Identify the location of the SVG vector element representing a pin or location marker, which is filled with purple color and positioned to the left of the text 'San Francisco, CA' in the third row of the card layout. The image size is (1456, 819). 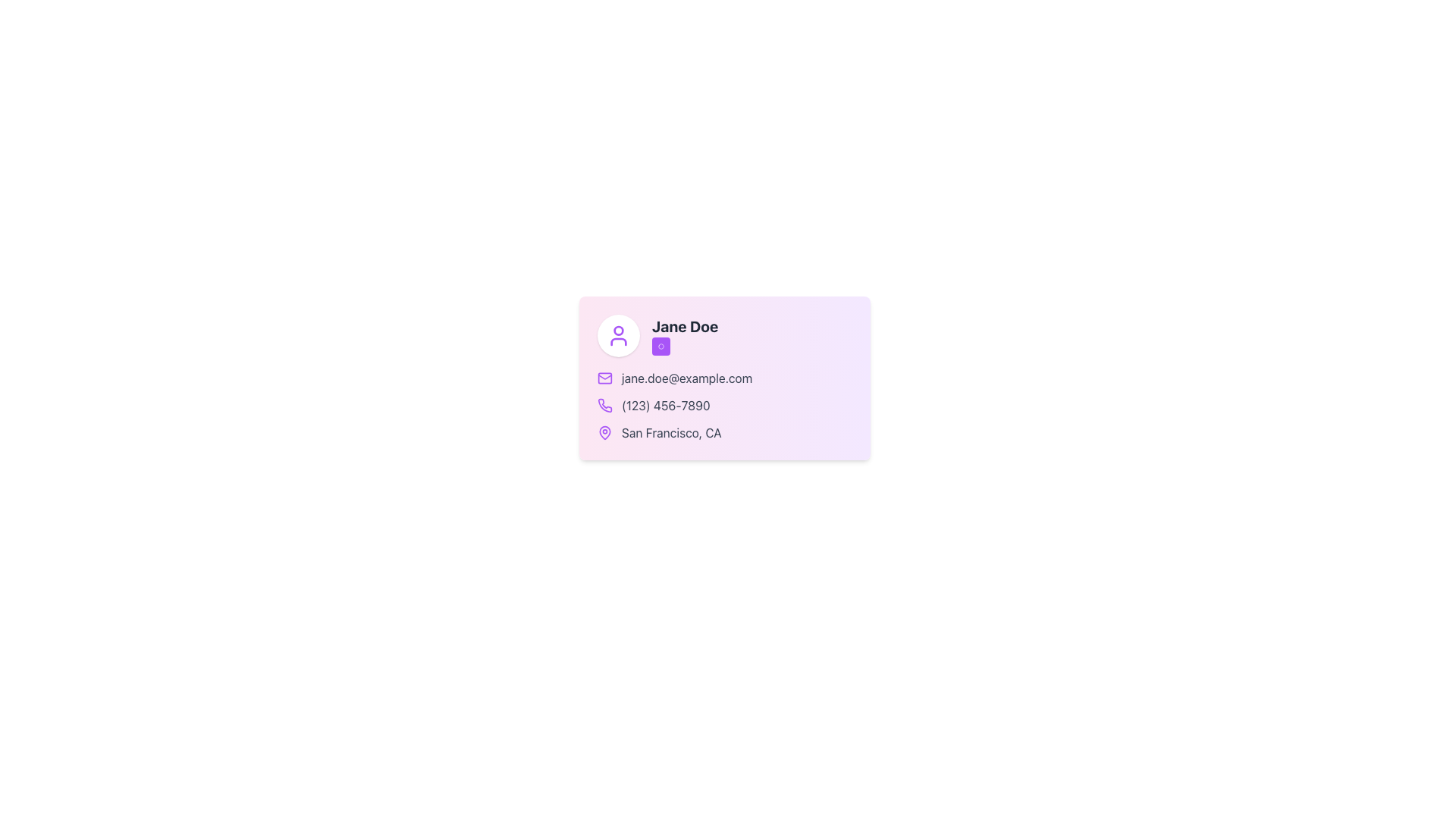
(604, 432).